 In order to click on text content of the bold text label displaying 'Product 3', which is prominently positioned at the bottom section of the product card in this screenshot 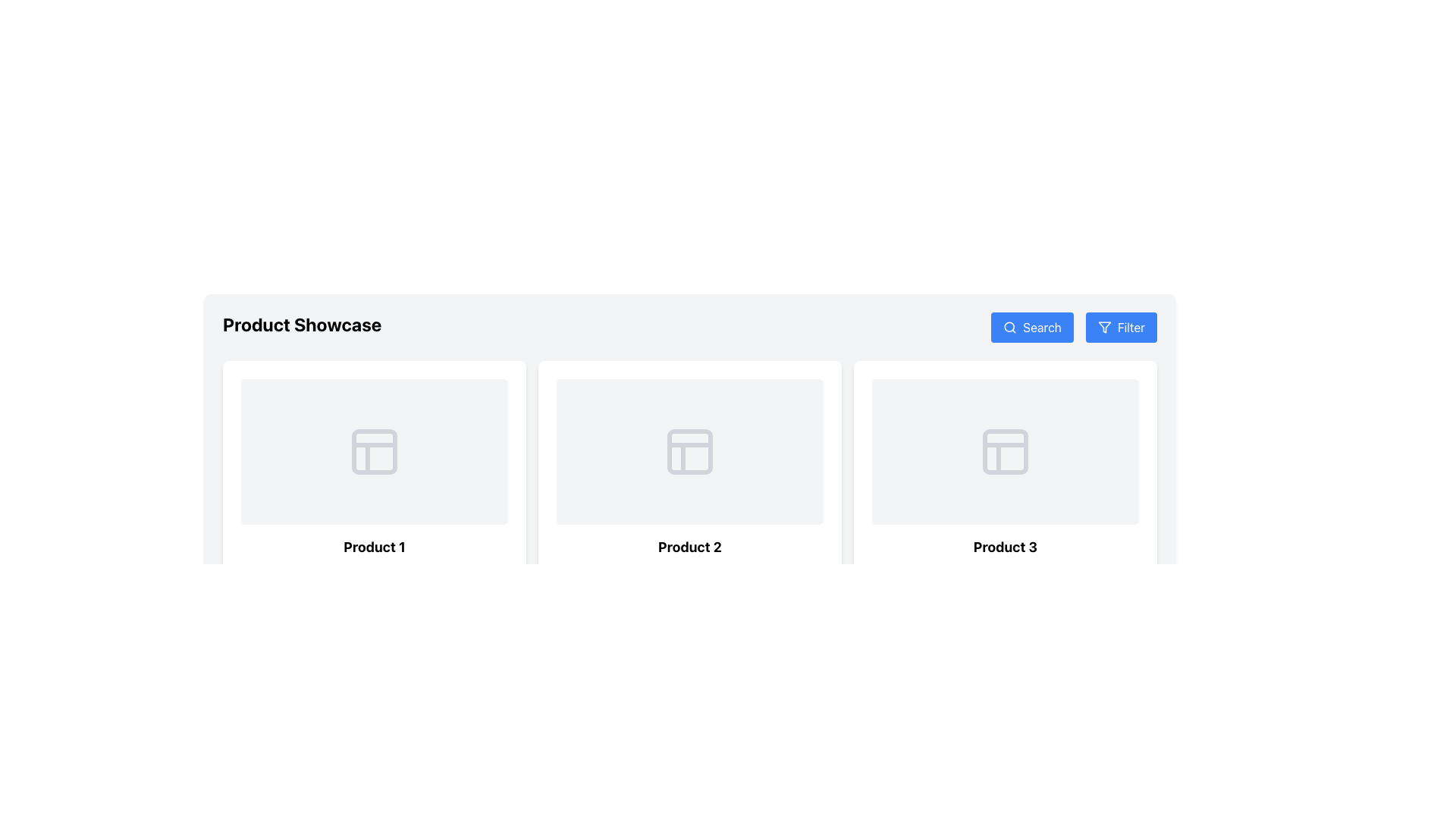, I will do `click(1005, 547)`.